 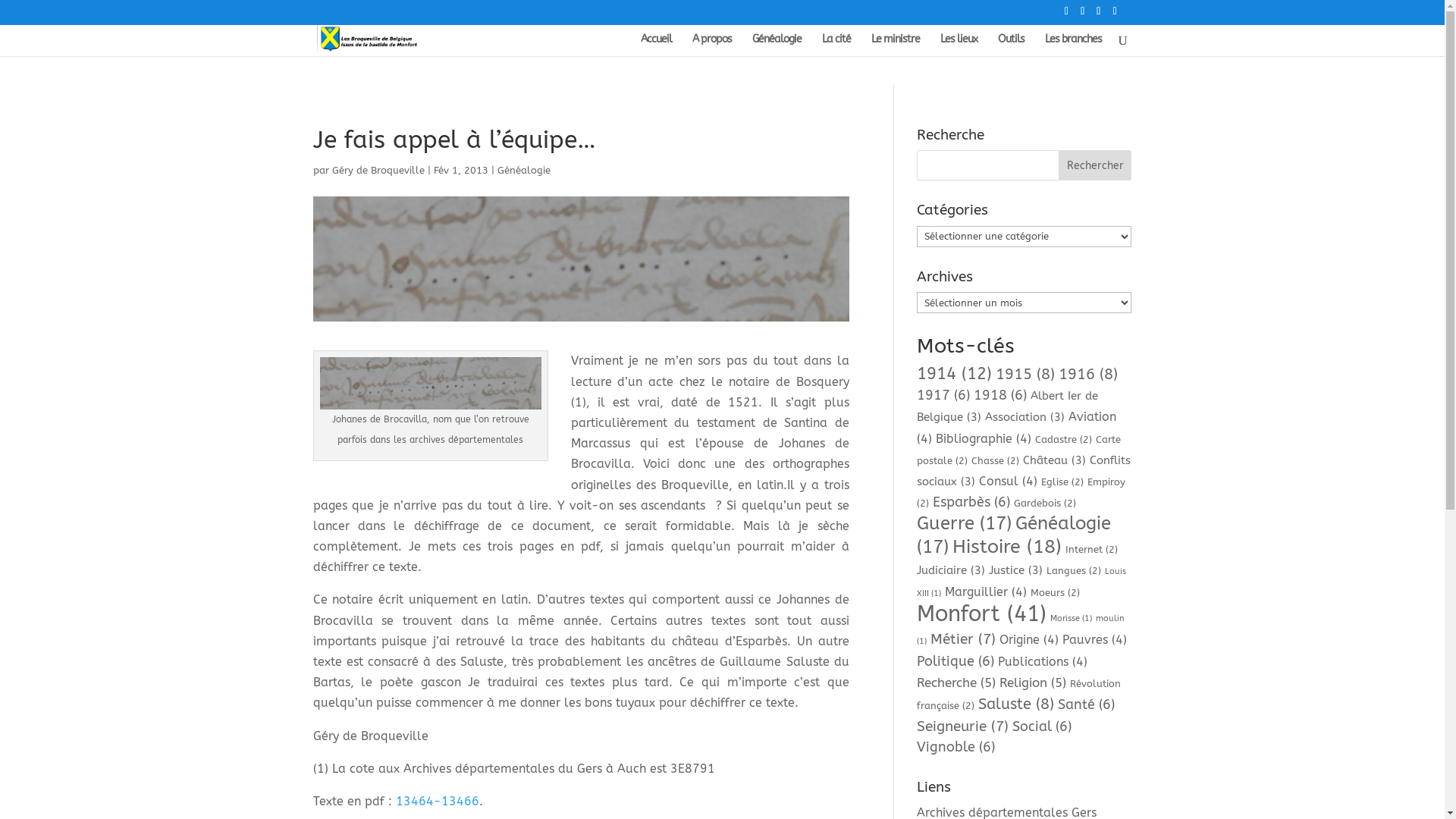 I want to click on '1917 (6)', so click(x=942, y=394).